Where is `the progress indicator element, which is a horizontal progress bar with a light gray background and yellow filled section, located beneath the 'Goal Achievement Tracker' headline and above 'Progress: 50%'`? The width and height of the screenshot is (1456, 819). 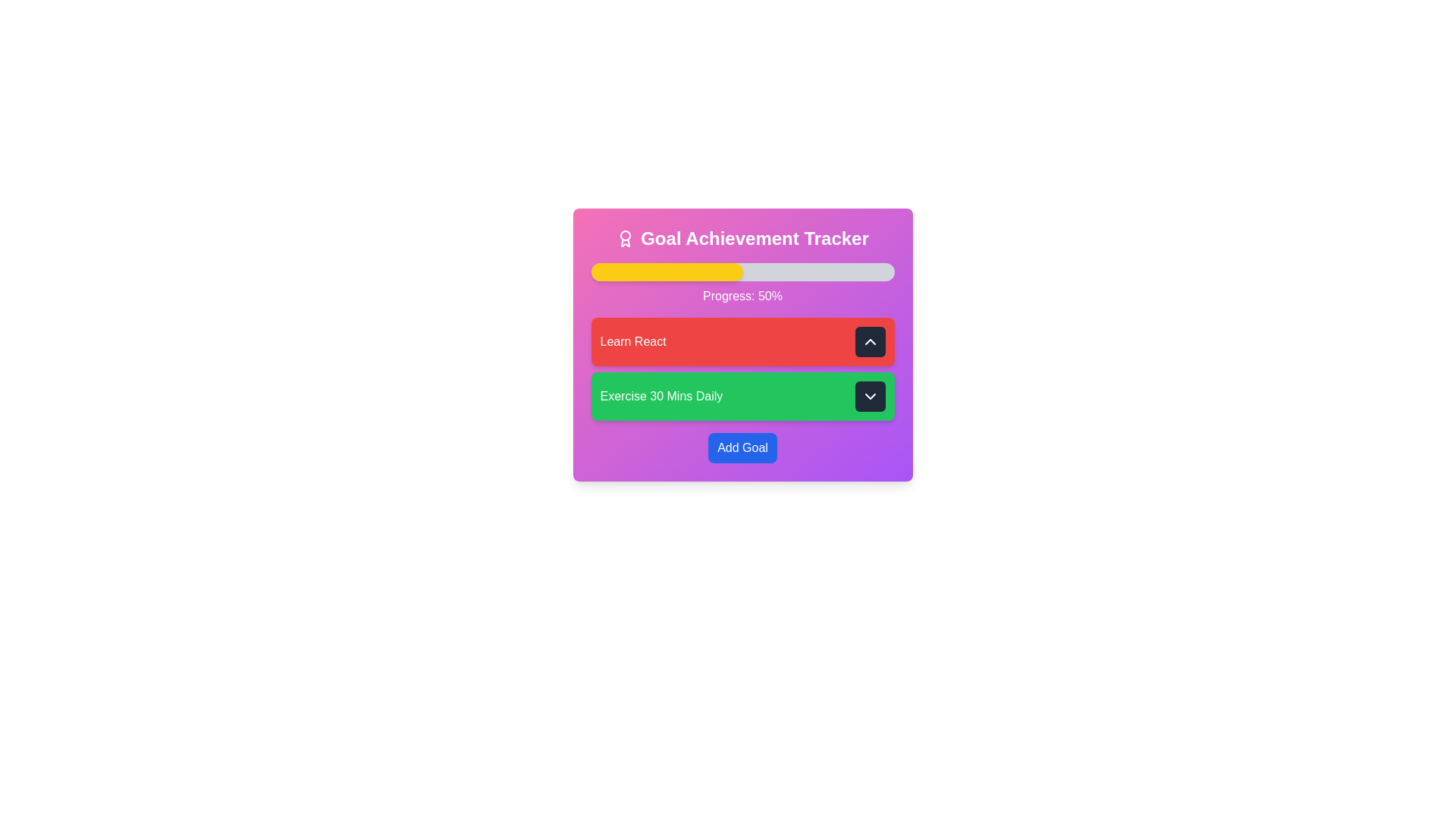
the progress indicator element, which is a horizontal progress bar with a light gray background and yellow filled section, located beneath the 'Goal Achievement Tracker' headline and above 'Progress: 50%' is located at coordinates (742, 271).